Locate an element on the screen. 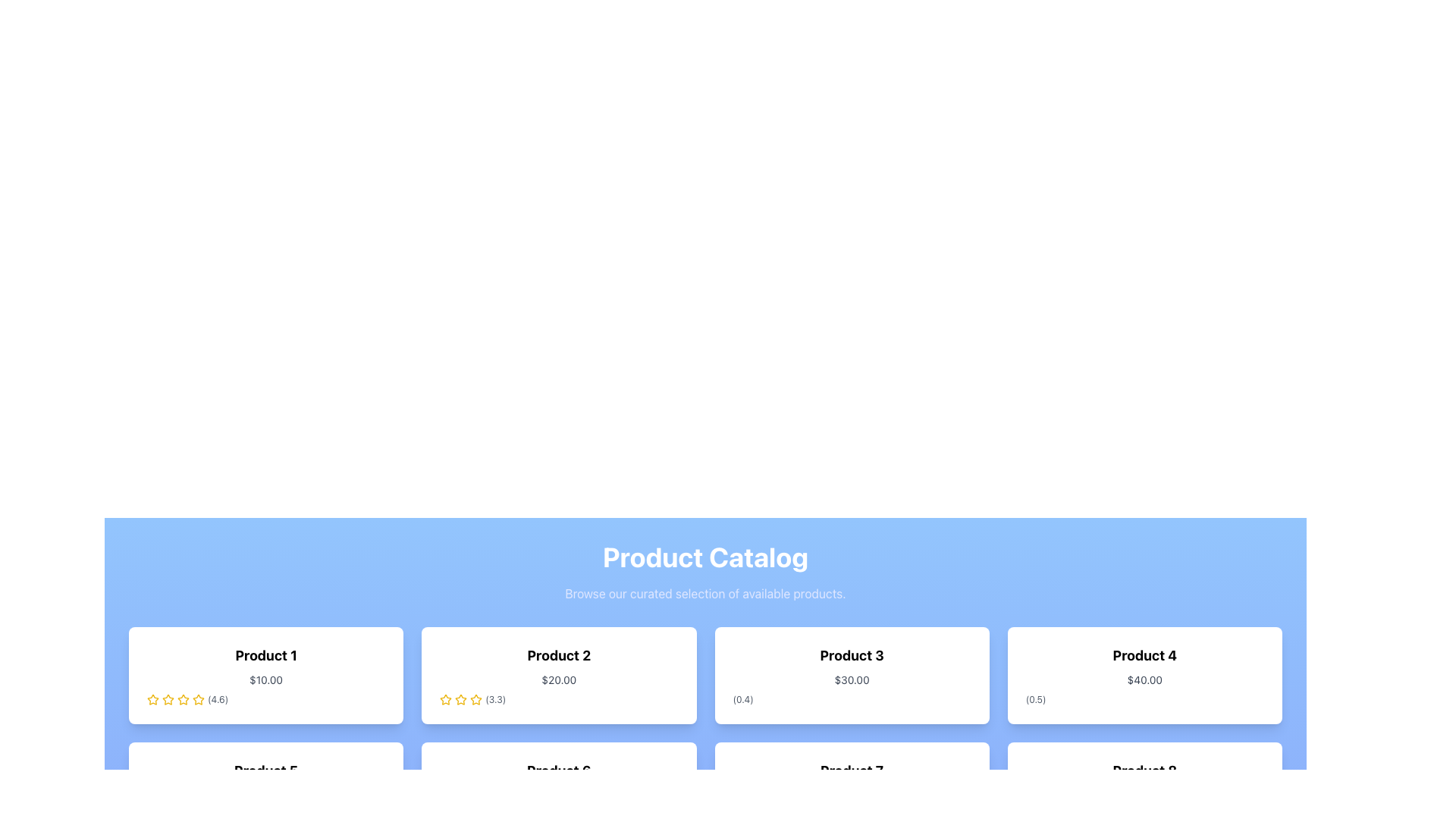 The height and width of the screenshot is (819, 1456). the Text Label that reads 'Browse our curated selection of available products.' which is displayed in light indigo color on a solid blue background, located beneath the 'Product Catalog' header is located at coordinates (704, 593).